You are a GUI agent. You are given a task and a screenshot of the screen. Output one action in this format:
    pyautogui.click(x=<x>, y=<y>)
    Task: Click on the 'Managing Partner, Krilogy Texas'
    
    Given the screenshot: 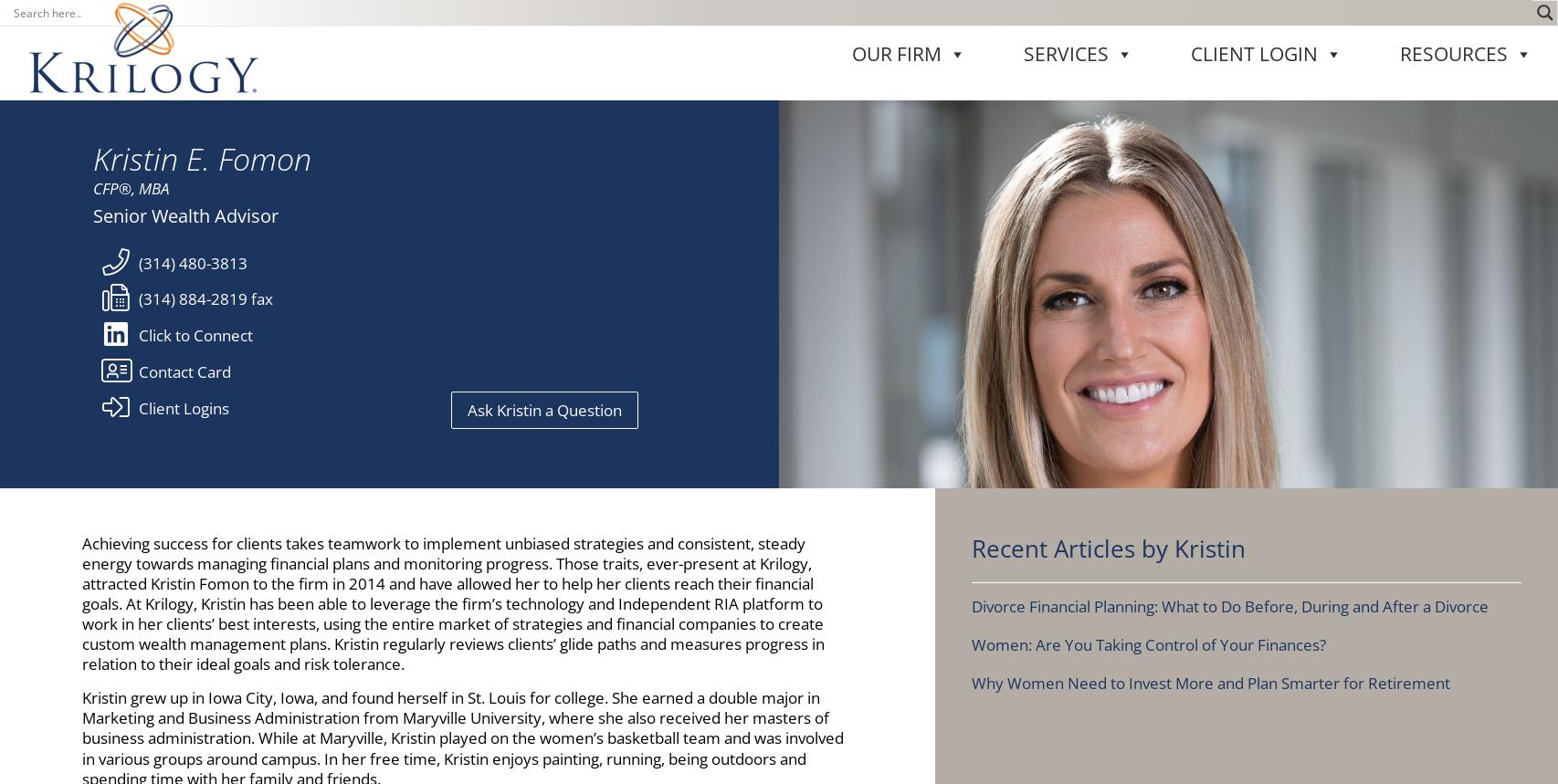 What is the action you would take?
    pyautogui.click(x=1268, y=517)
    